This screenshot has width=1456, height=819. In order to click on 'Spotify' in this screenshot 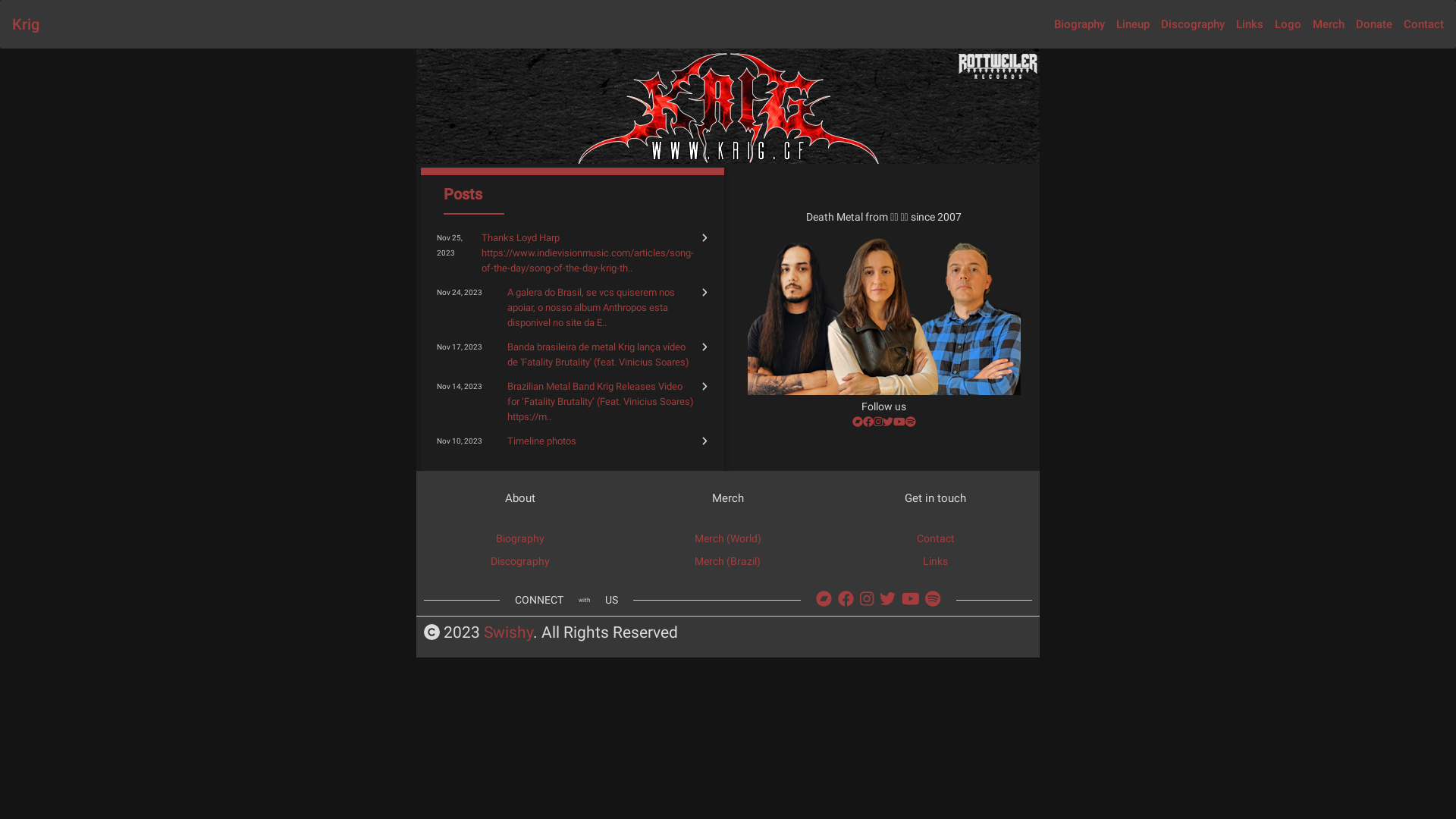, I will do `click(931, 598)`.